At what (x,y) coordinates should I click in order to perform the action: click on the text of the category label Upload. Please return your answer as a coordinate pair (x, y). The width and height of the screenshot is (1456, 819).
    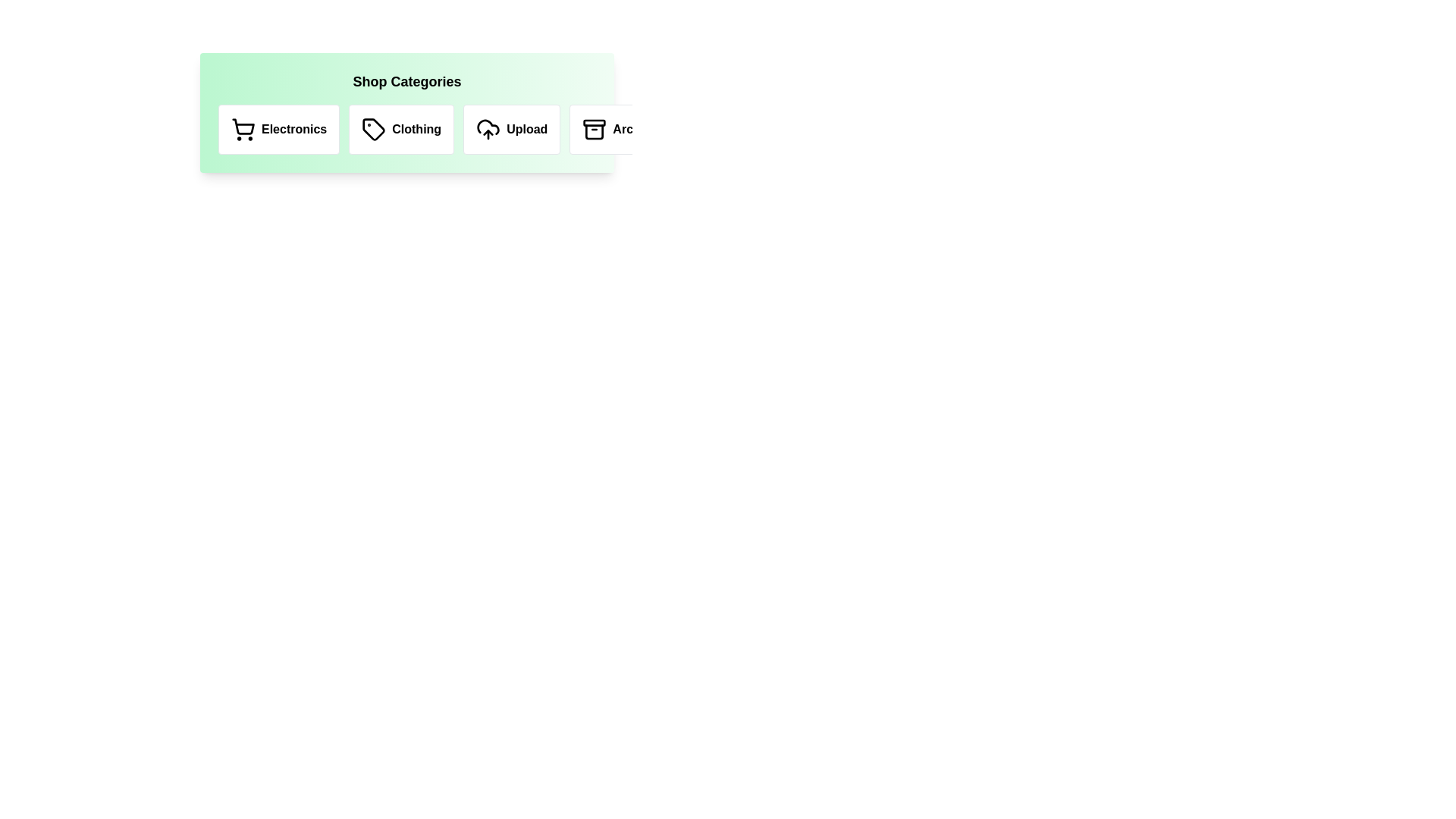
    Looking at the image, I should click on (512, 128).